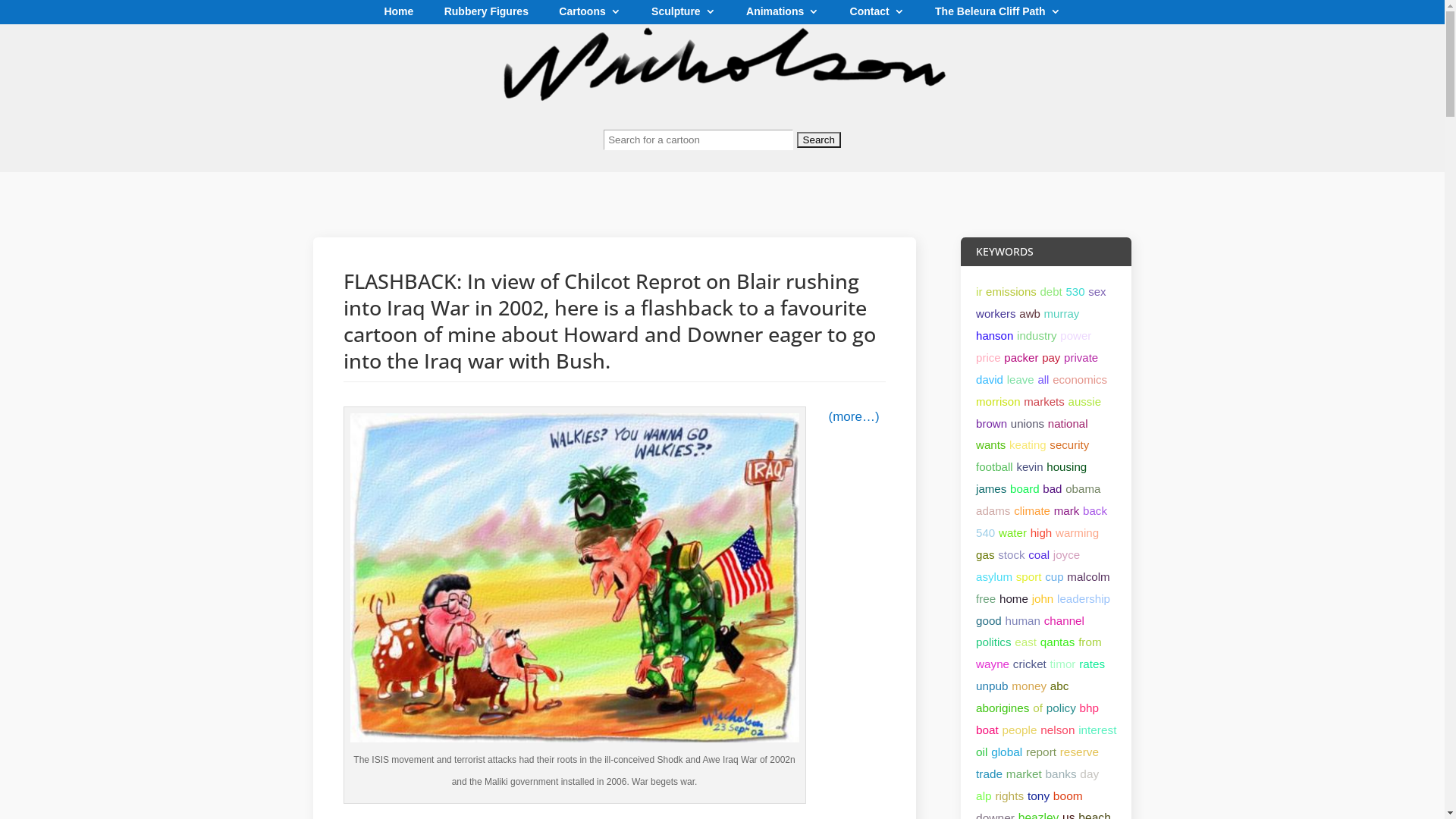 The height and width of the screenshot is (819, 1456). Describe the element at coordinates (979, 291) in the screenshot. I see `'ir'` at that location.